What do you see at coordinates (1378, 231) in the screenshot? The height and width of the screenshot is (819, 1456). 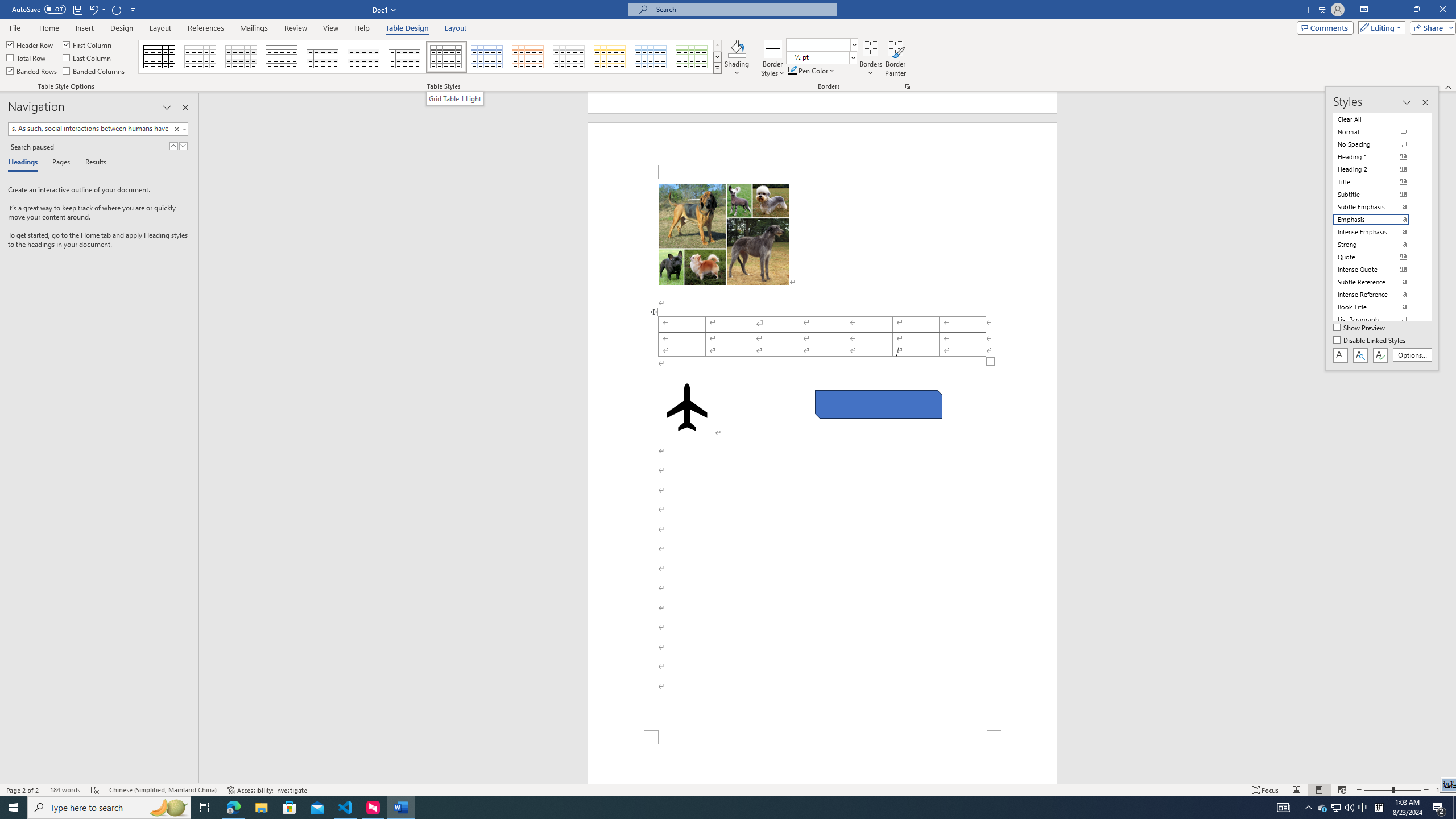 I see `'Intense Emphasis'` at bounding box center [1378, 231].